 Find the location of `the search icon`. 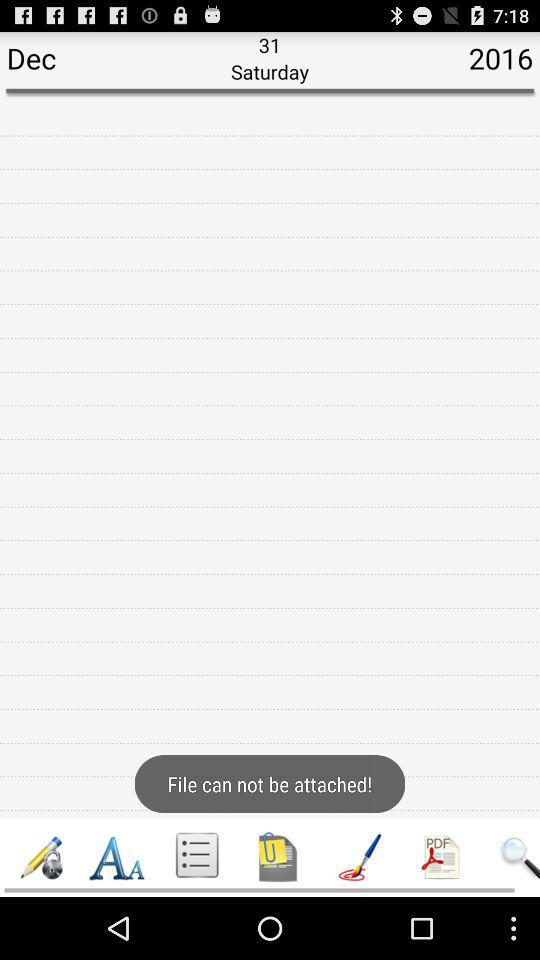

the search icon is located at coordinates (518, 917).